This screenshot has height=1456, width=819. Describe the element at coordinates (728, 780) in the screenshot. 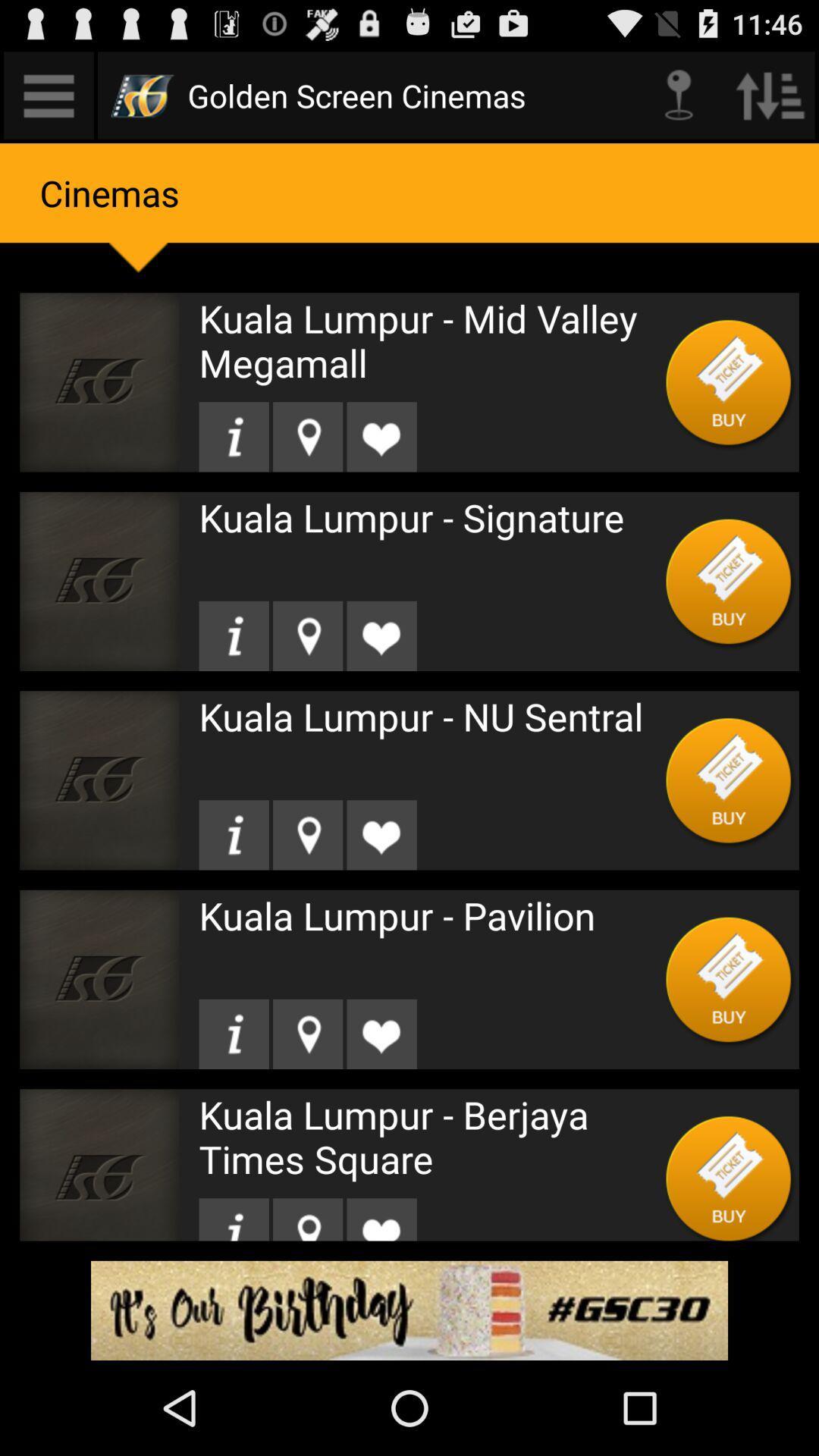

I see `buy ticket` at that location.